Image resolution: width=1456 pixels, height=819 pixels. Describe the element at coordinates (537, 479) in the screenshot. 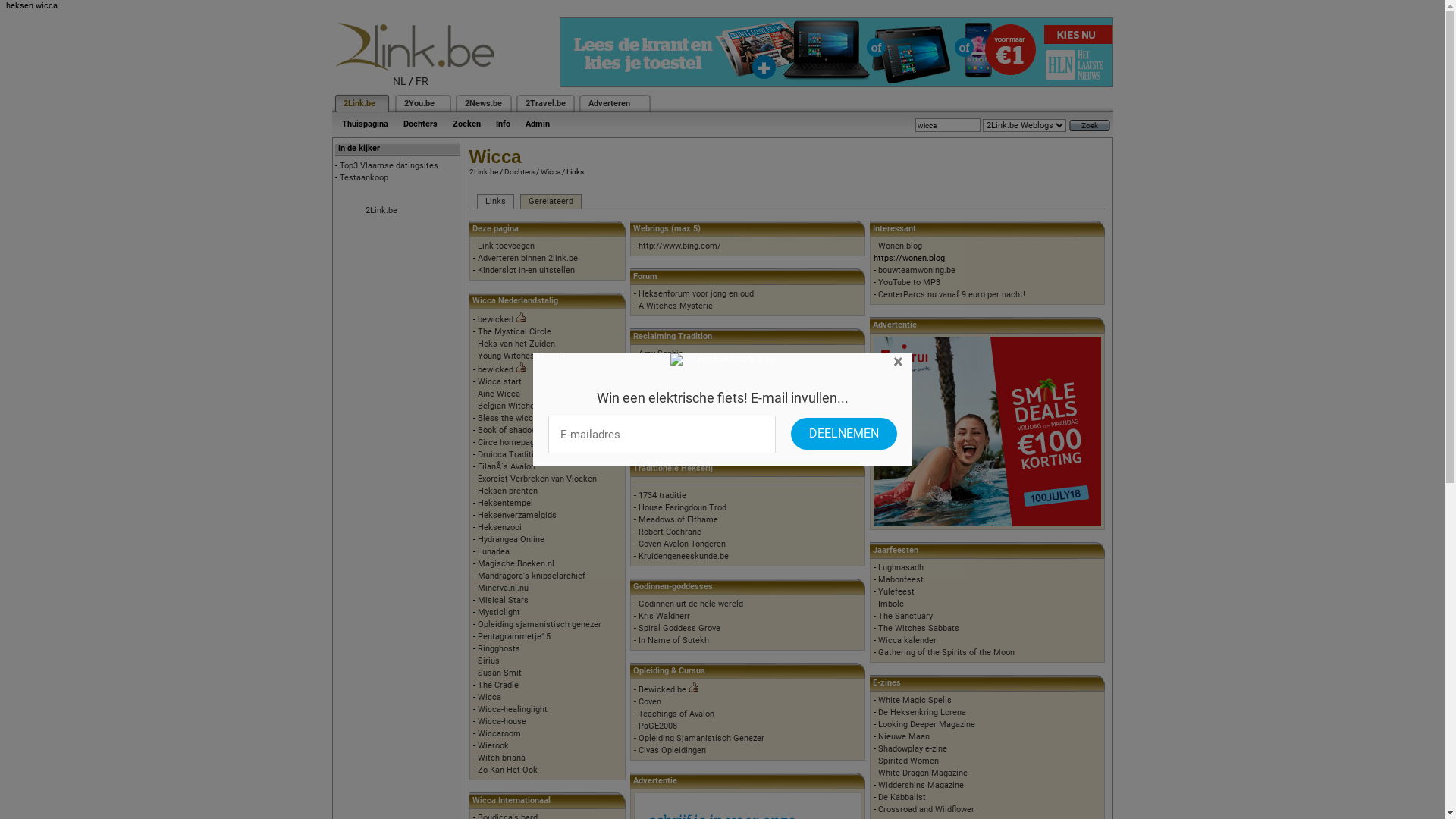

I see `'Exorcist Verbreken van Vloeken'` at that location.